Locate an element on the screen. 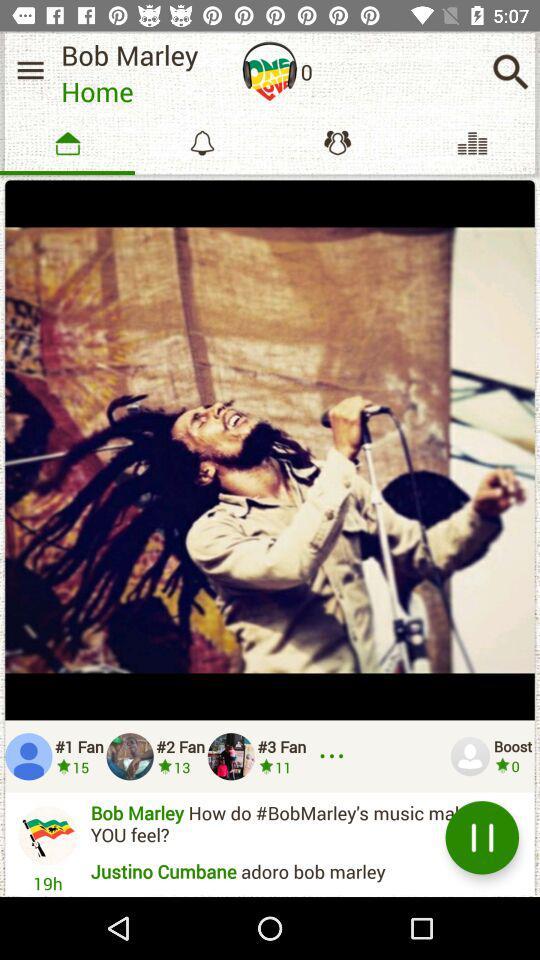 The image size is (540, 960). the pause icon is located at coordinates (481, 837).